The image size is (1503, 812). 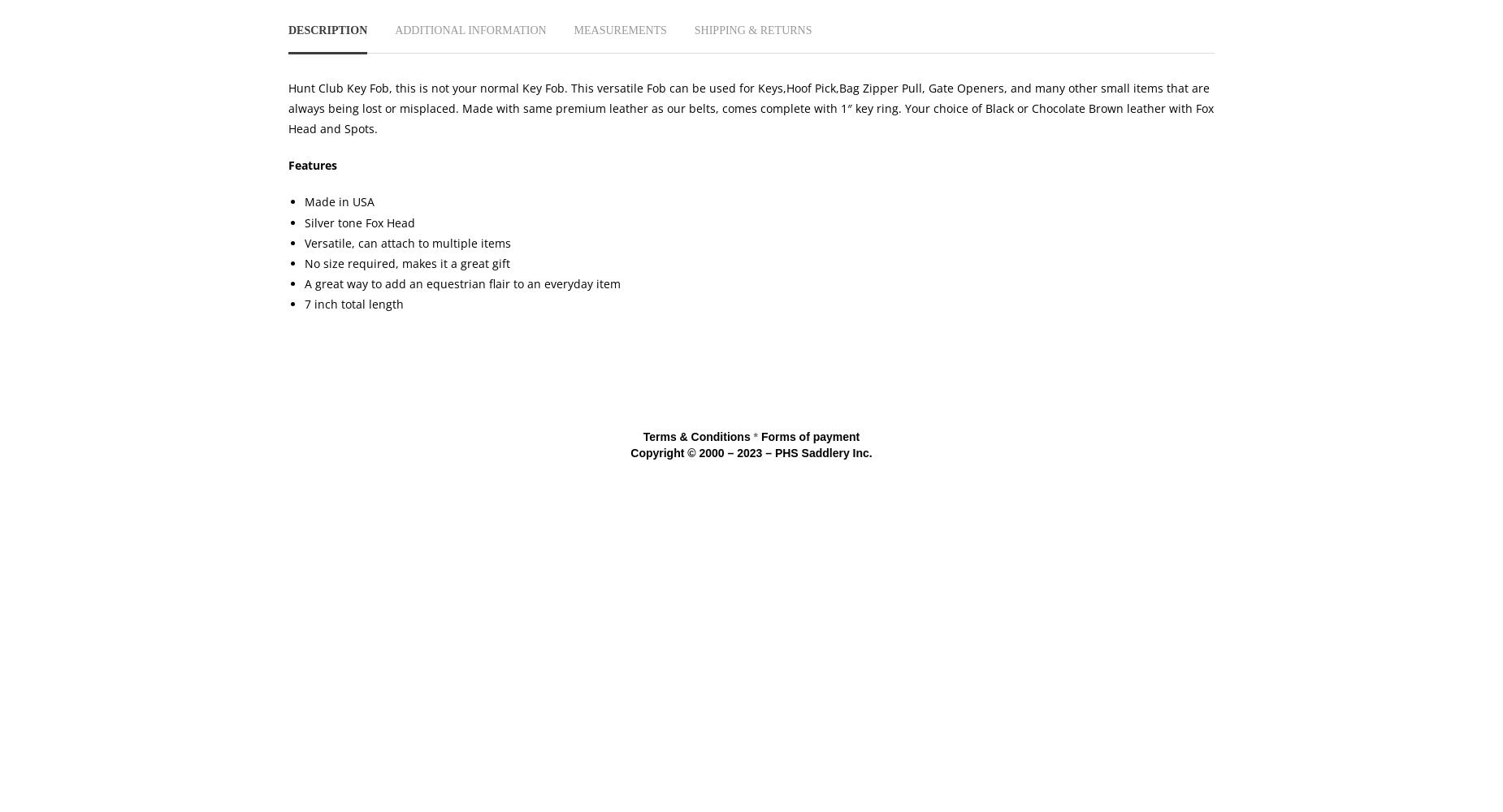 What do you see at coordinates (407, 262) in the screenshot?
I see `'No size required, makes it a great gift'` at bounding box center [407, 262].